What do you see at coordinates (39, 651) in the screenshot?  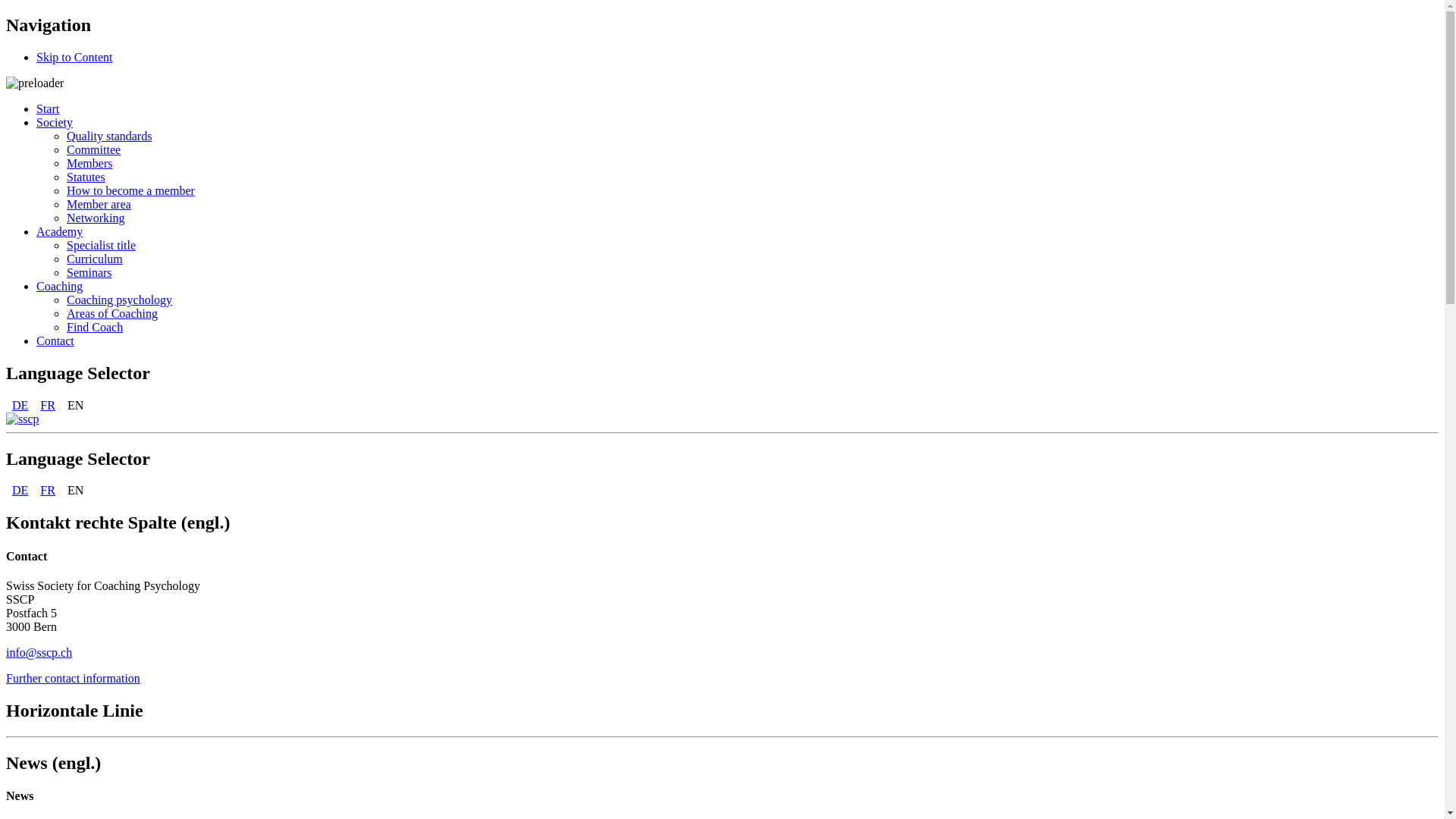 I see `'info@sscp.ch'` at bounding box center [39, 651].